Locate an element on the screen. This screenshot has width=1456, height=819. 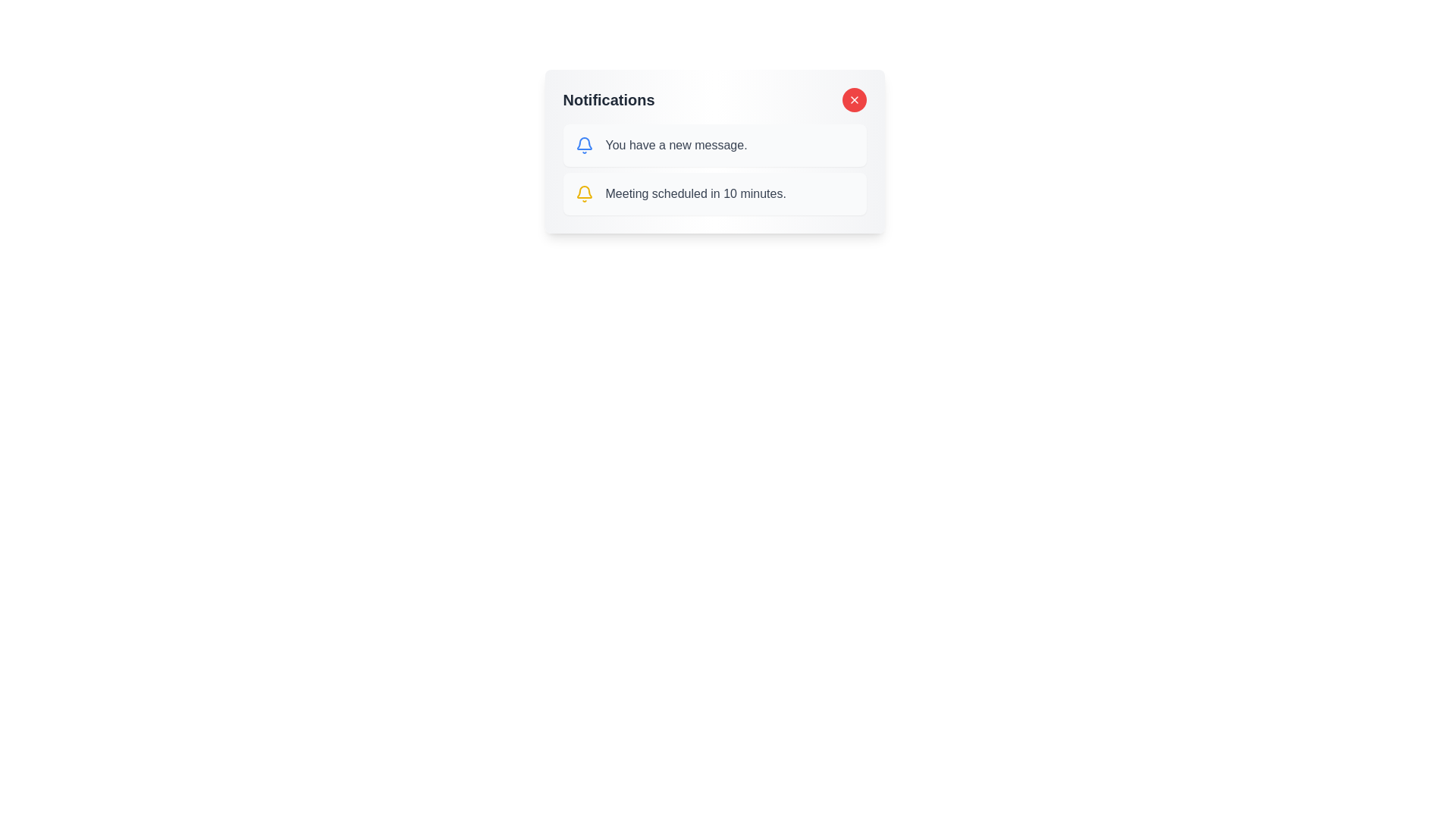
the second notification card with a light gray background that states 'Meeting scheduled in 10 minutes.' is located at coordinates (714, 193).